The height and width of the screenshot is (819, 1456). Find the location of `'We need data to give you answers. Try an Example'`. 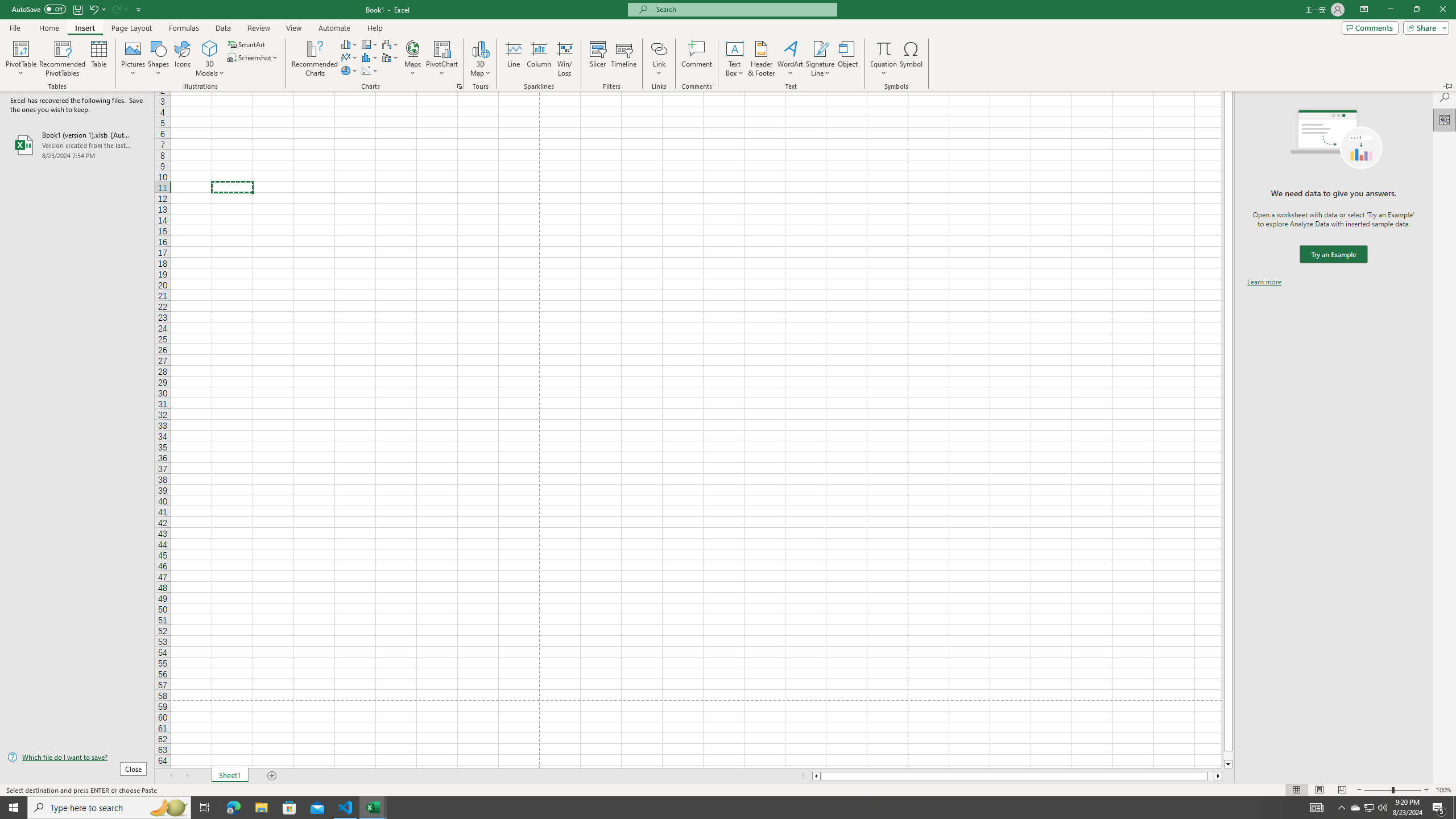

'We need data to give you answers. Try an Example' is located at coordinates (1333, 254).